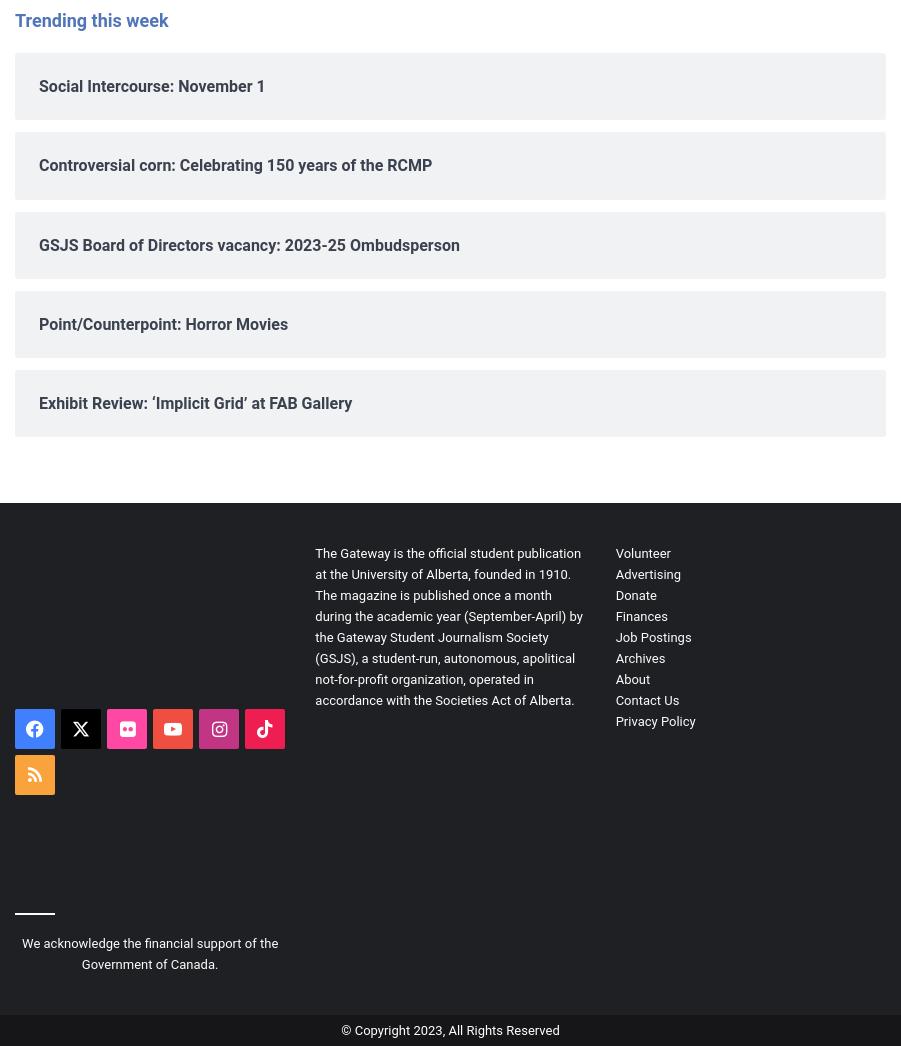  Describe the element at coordinates (653, 636) in the screenshot. I see `'Job Postings'` at that location.